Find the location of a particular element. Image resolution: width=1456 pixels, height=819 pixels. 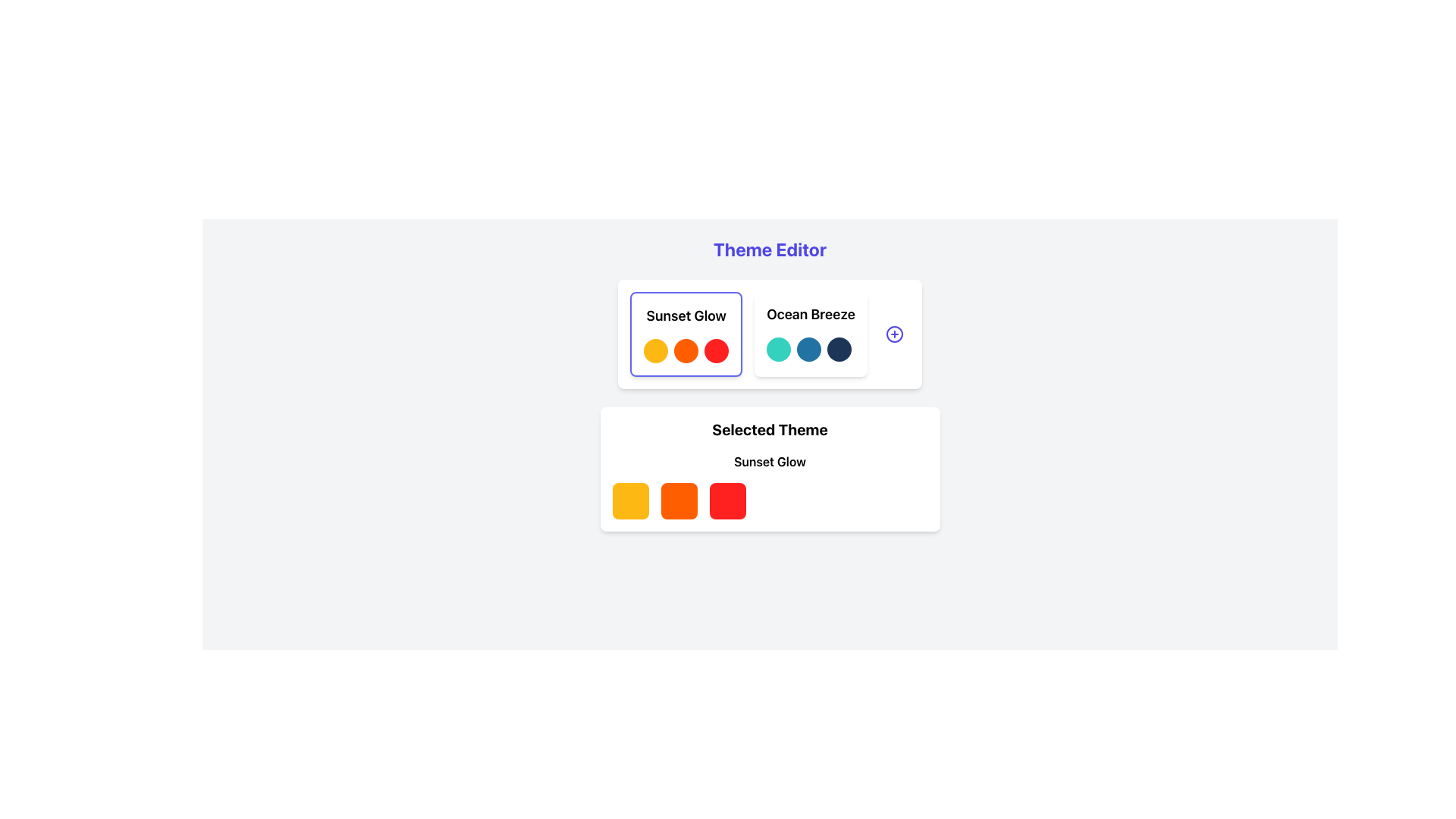

the text display that shows 'Sunset Glow,' which is styled in bold and located below the 'Selected Theme' title is located at coordinates (770, 461).